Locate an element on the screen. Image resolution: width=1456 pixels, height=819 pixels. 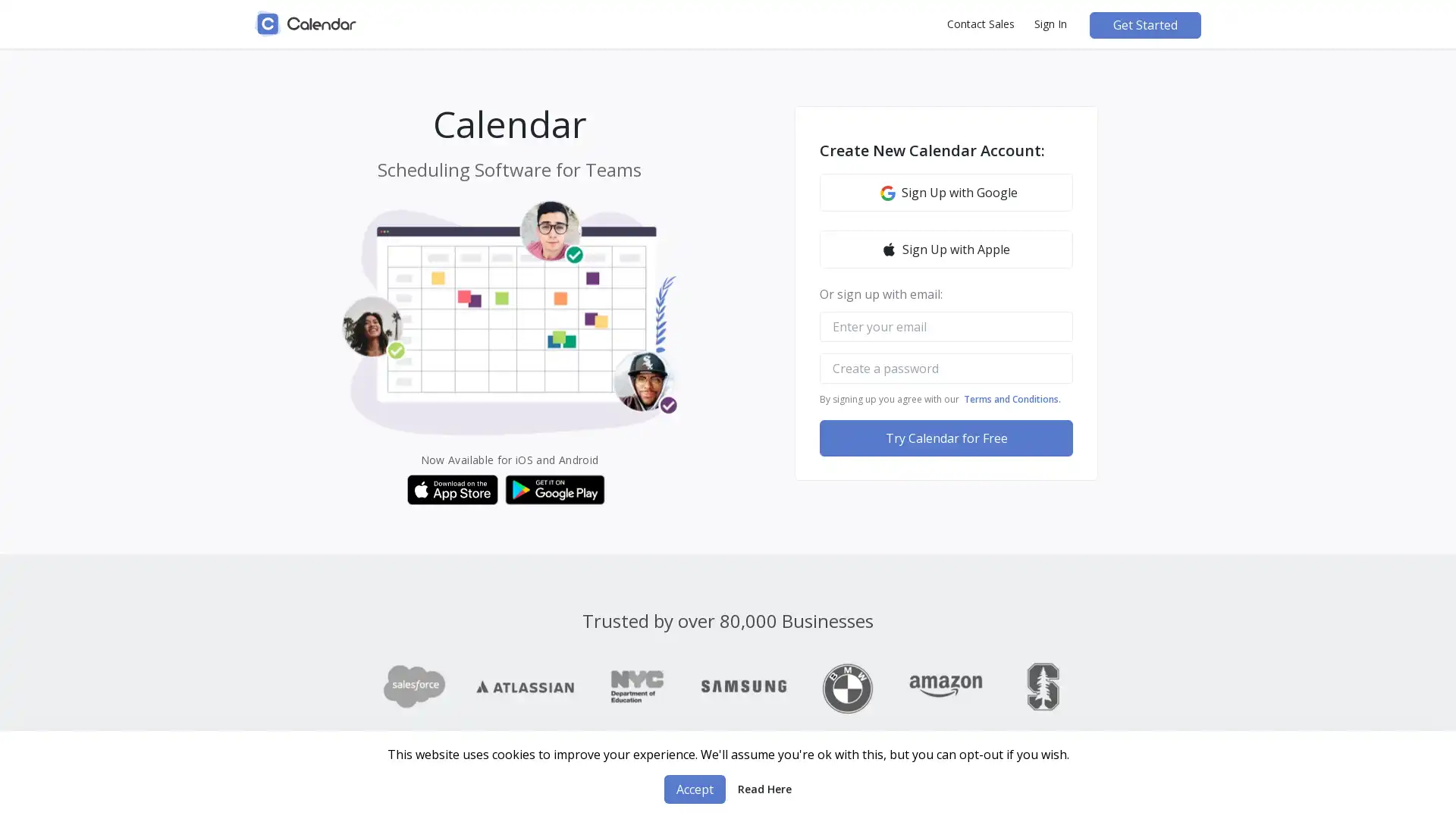
Google icon Sign Up with Google is located at coordinates (946, 192).